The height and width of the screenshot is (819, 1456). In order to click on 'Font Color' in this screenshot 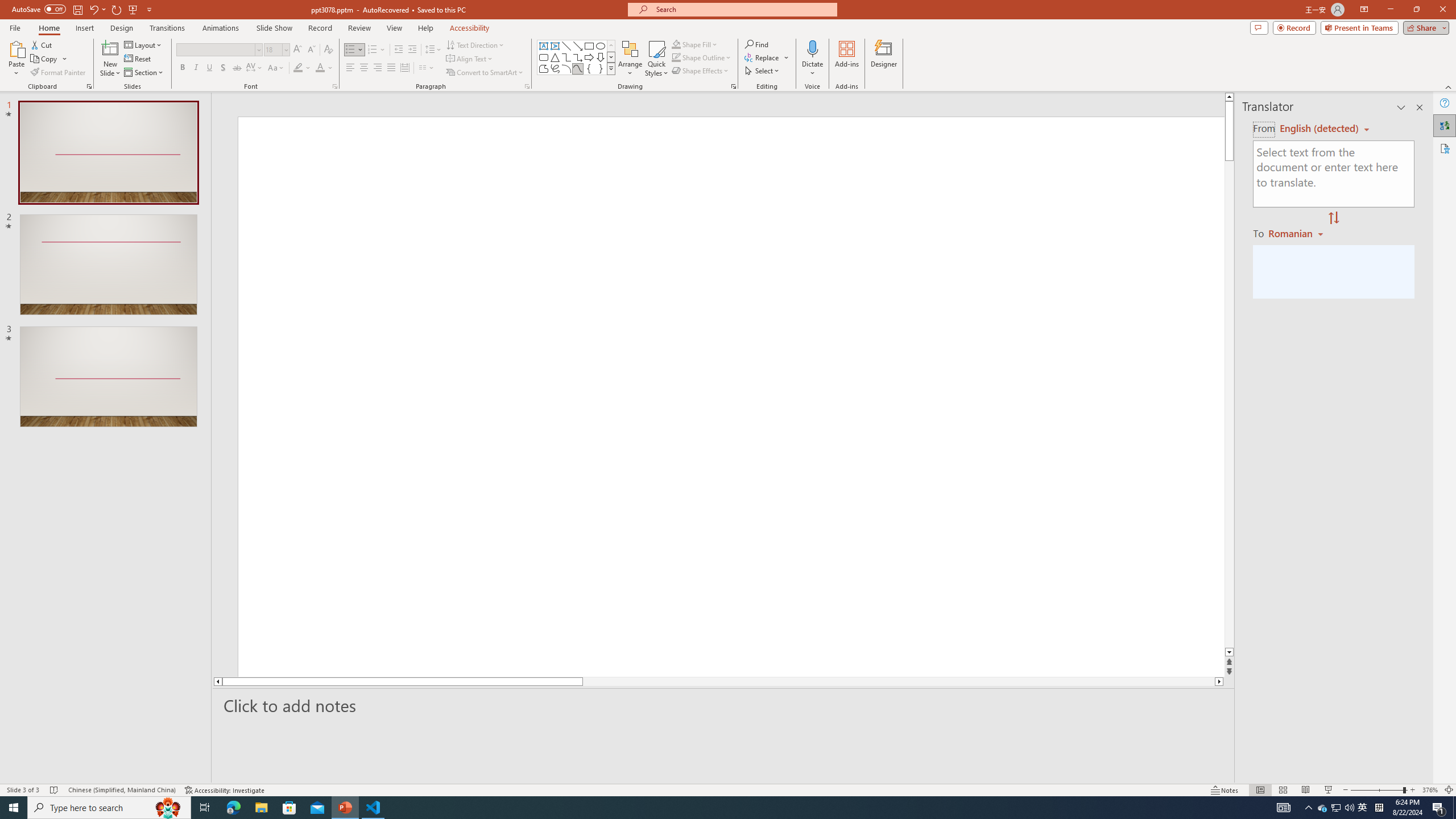, I will do `click(324, 67)`.